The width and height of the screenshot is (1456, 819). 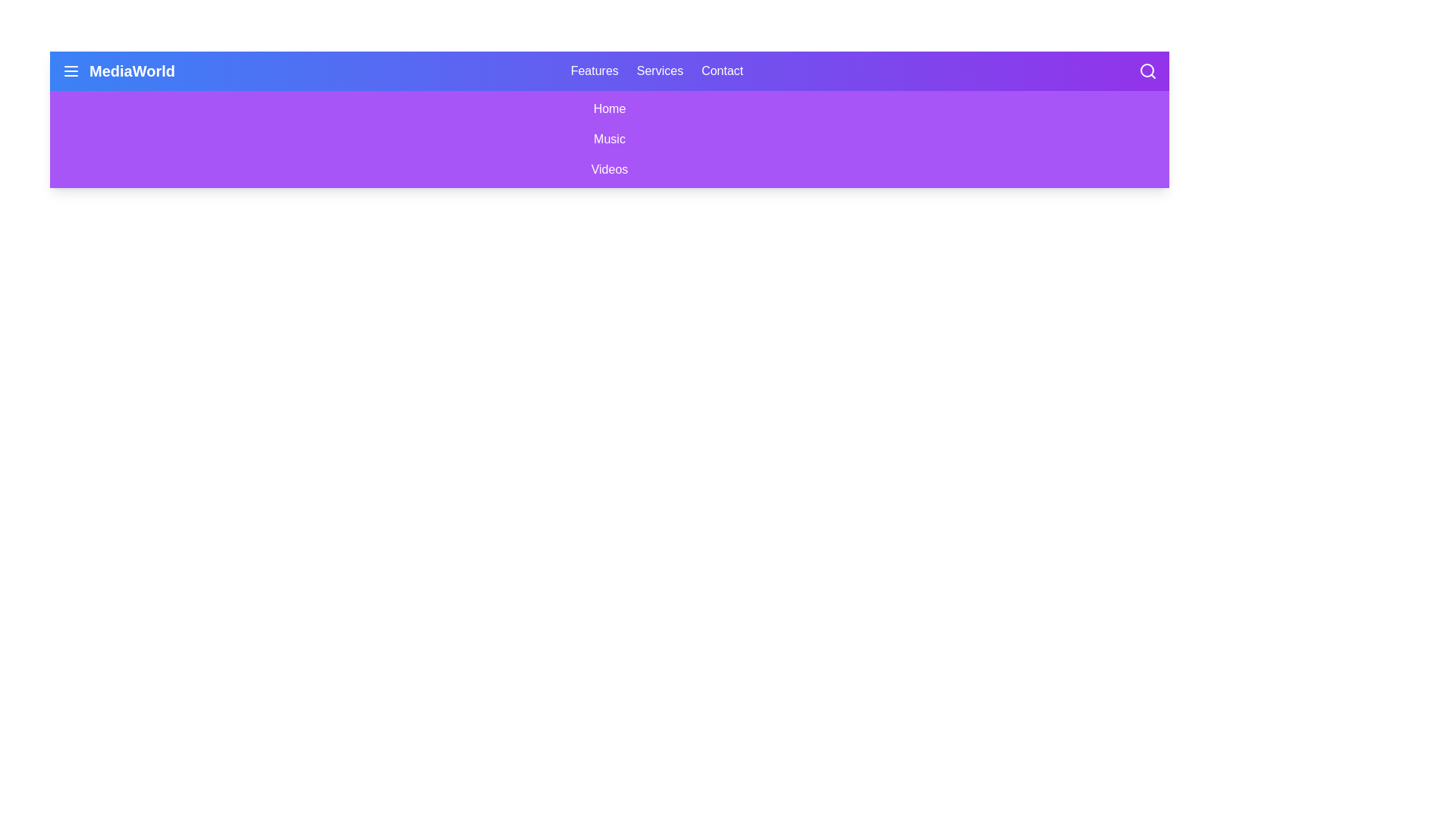 What do you see at coordinates (610, 140) in the screenshot?
I see `the 'Music' navigation menu item, which is the second item in a vertical list with white text on a purple background` at bounding box center [610, 140].